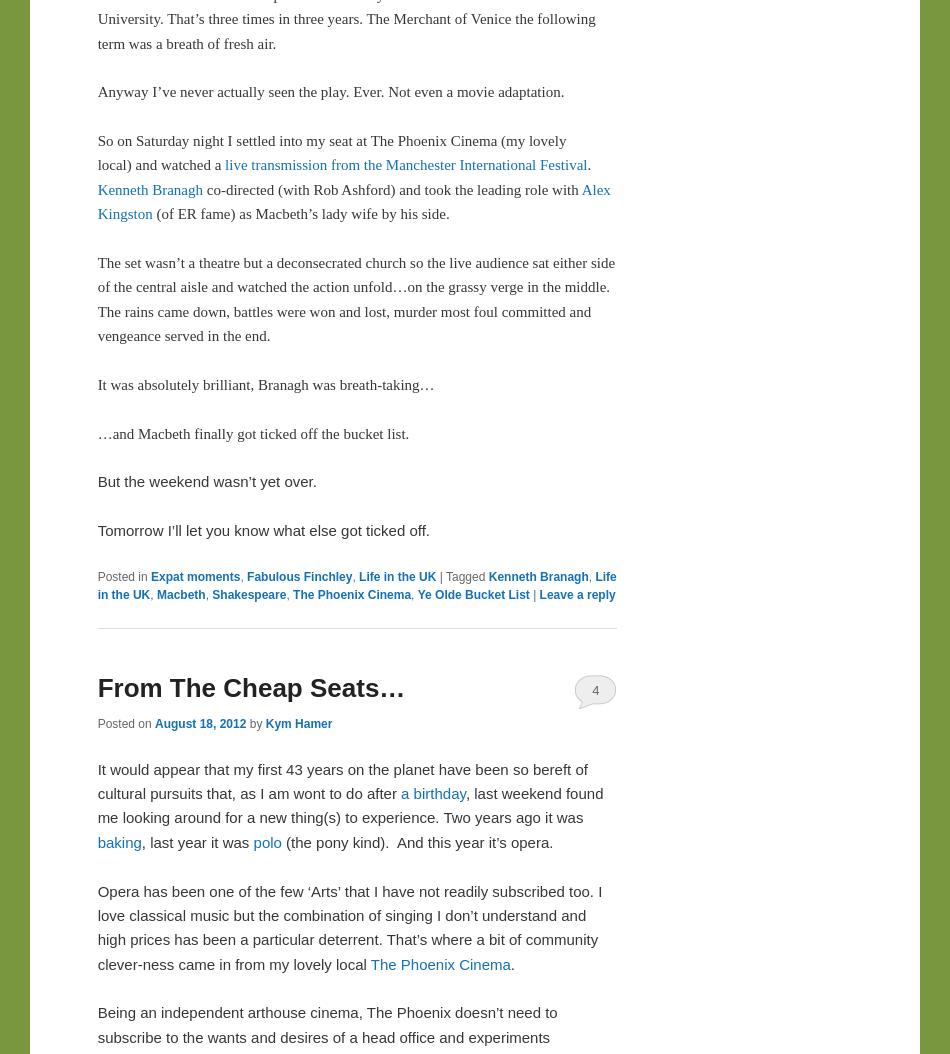 This screenshot has width=950, height=1054. What do you see at coordinates (263, 840) in the screenshot?
I see `'polo'` at bounding box center [263, 840].